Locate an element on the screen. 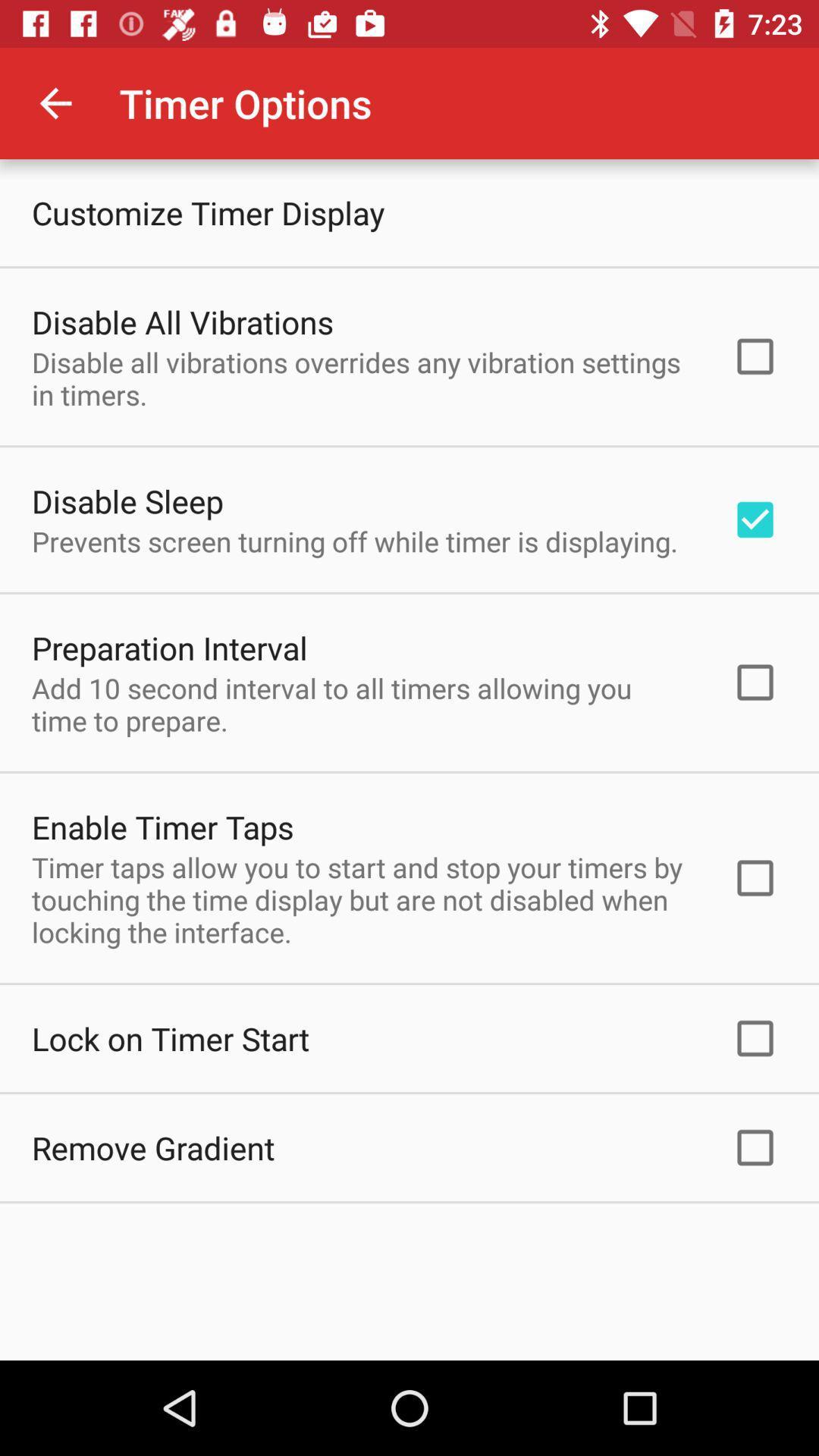  the disable sleep icon is located at coordinates (127, 500).